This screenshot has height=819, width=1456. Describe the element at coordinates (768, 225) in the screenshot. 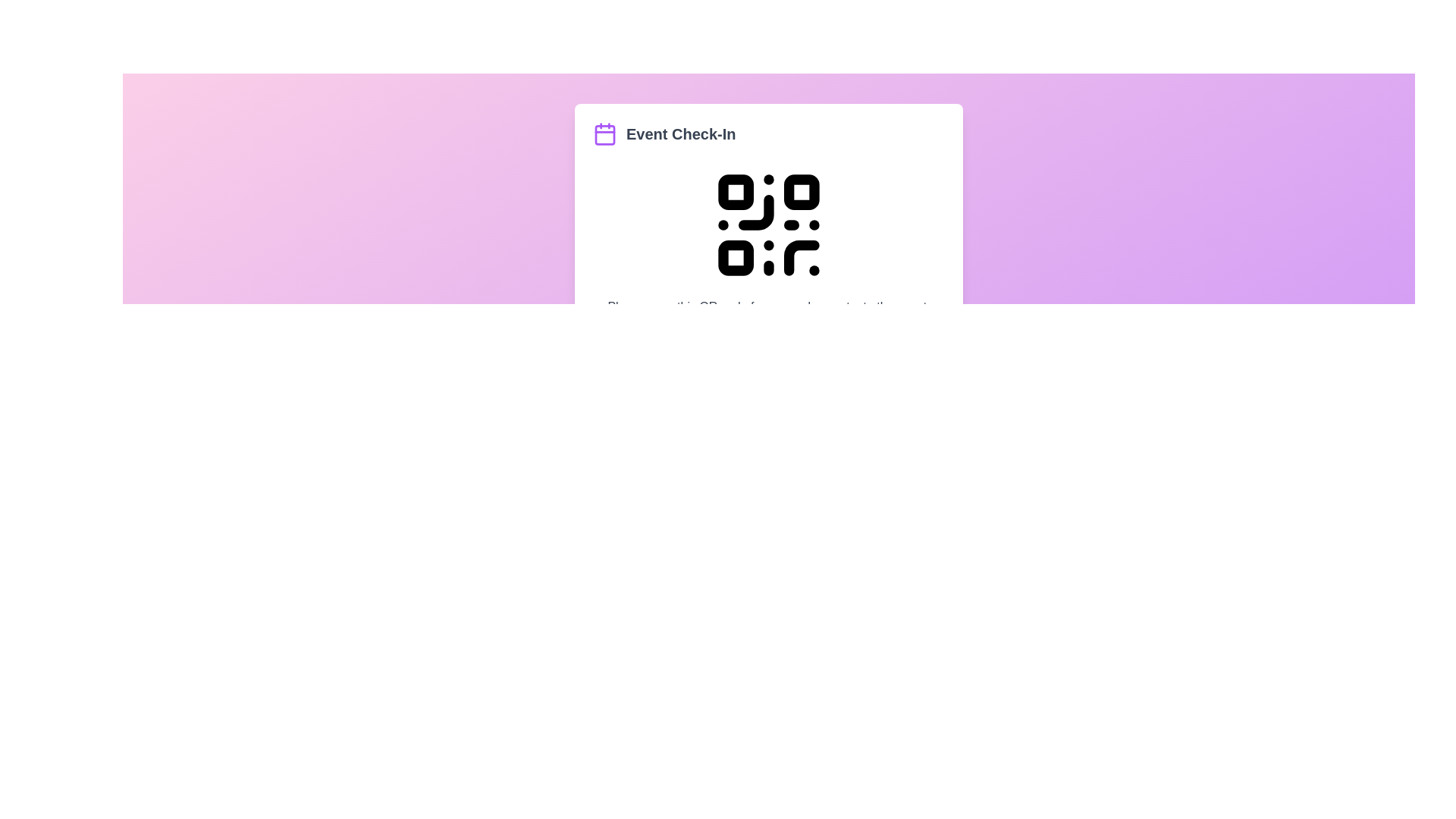

I see `QR code icon, which is centrally located below the 'Event Check-In' text on the card` at that location.